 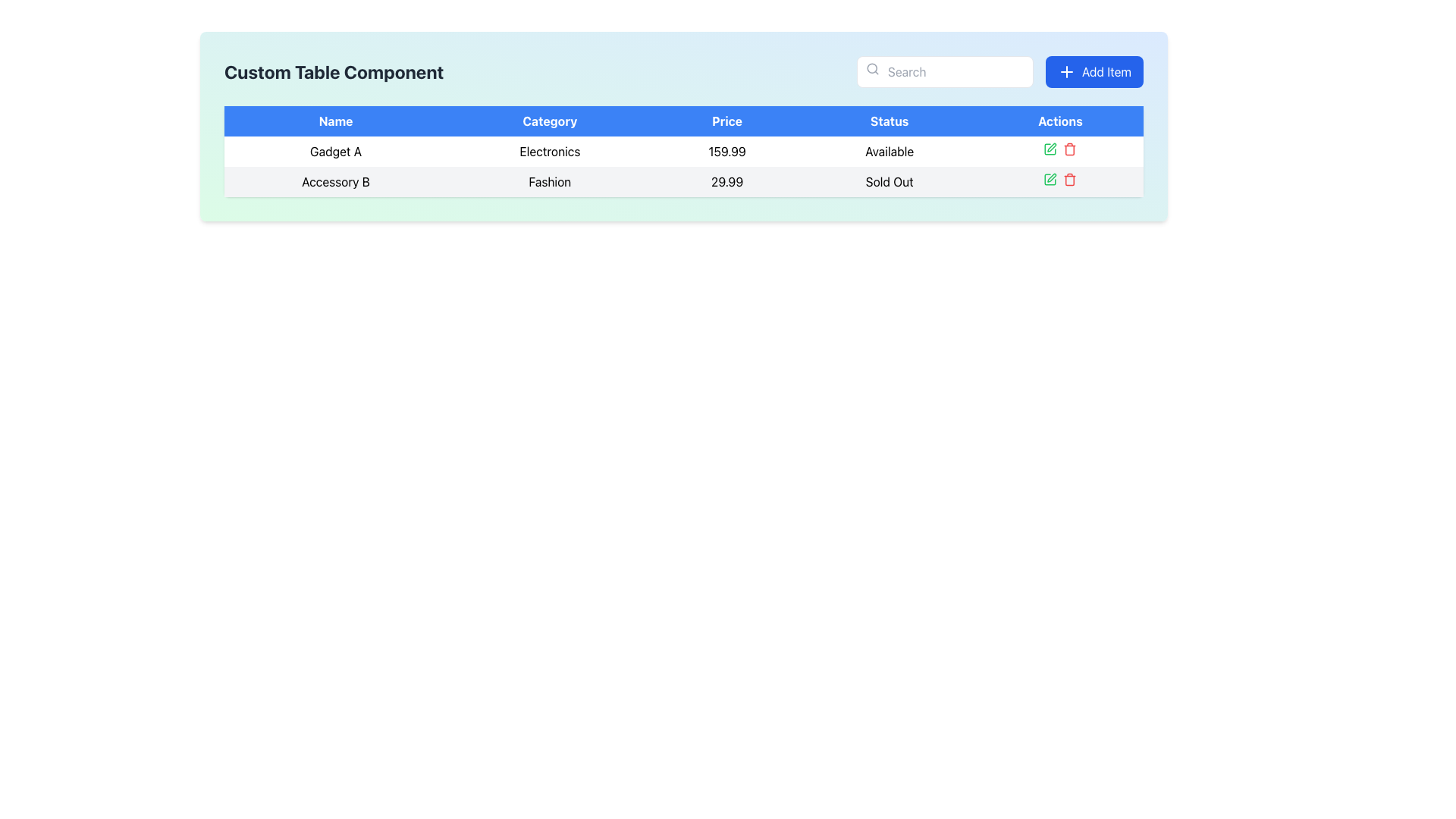 What do you see at coordinates (1069, 178) in the screenshot?
I see `the red trash icon in the Actions column associated with 'Accessory B'` at bounding box center [1069, 178].